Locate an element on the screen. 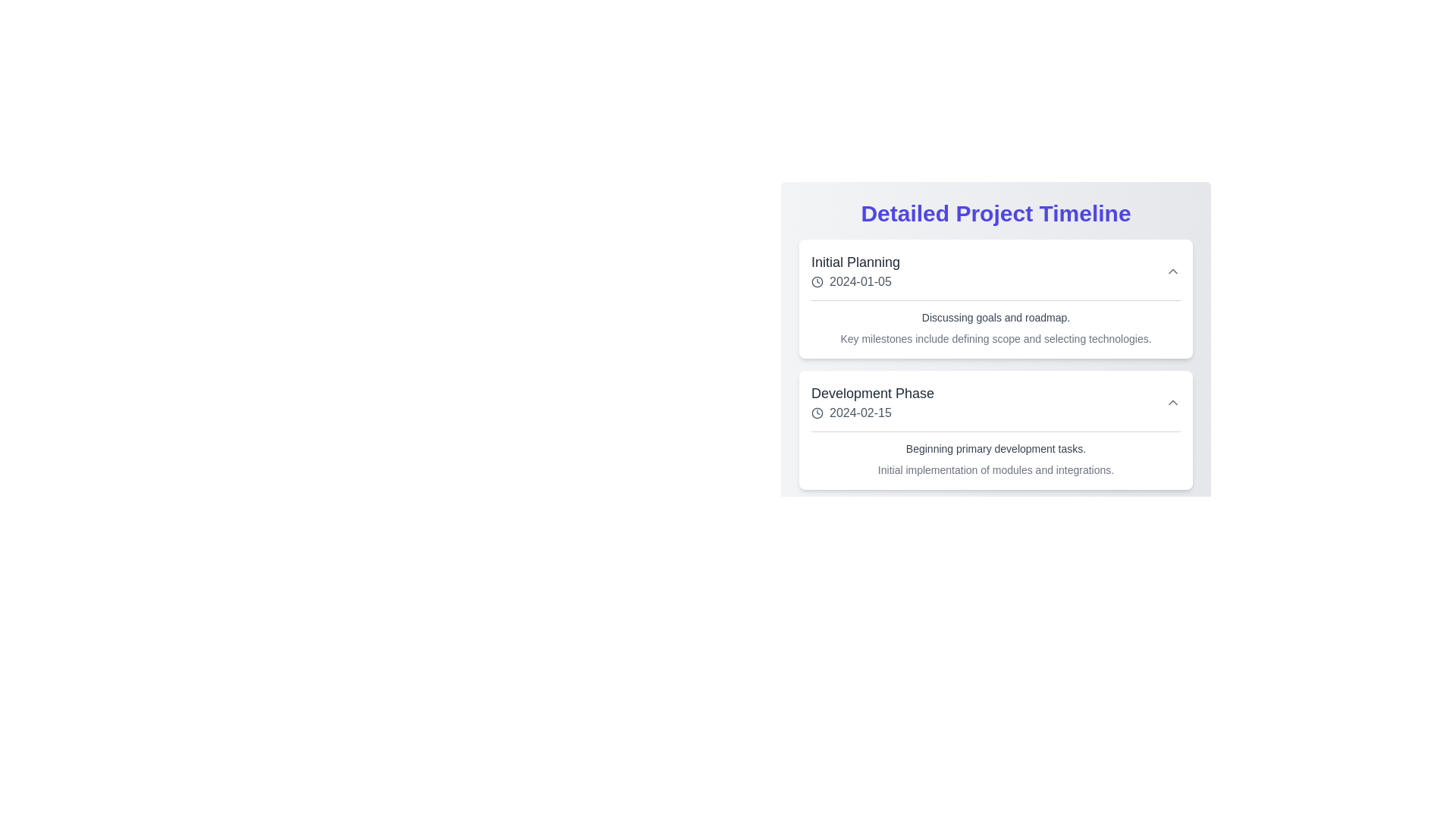 The image size is (1456, 819). the text element displaying 'Key milestones include defining scope and selecting technologies.', which is styled with a smaller font size, light gray color, and light font weight, positioned below the description text in the 'Initial Planning' section of a timeline is located at coordinates (996, 338).